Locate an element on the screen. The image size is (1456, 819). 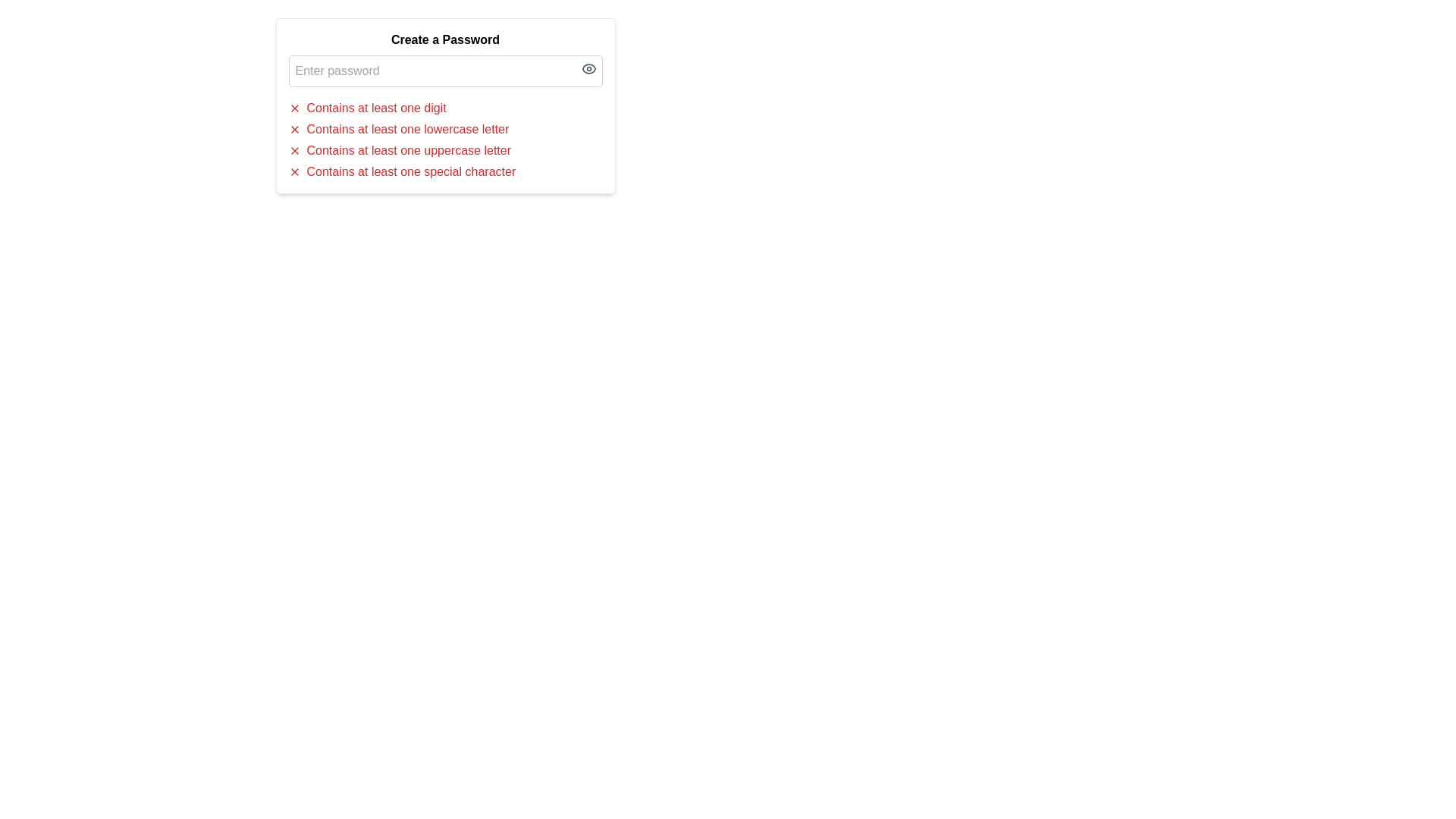
the text label displaying 'Contains at least one digit', which is styled in red and positioned as the first item in a list below the 'Create a Password' input field is located at coordinates (376, 107).